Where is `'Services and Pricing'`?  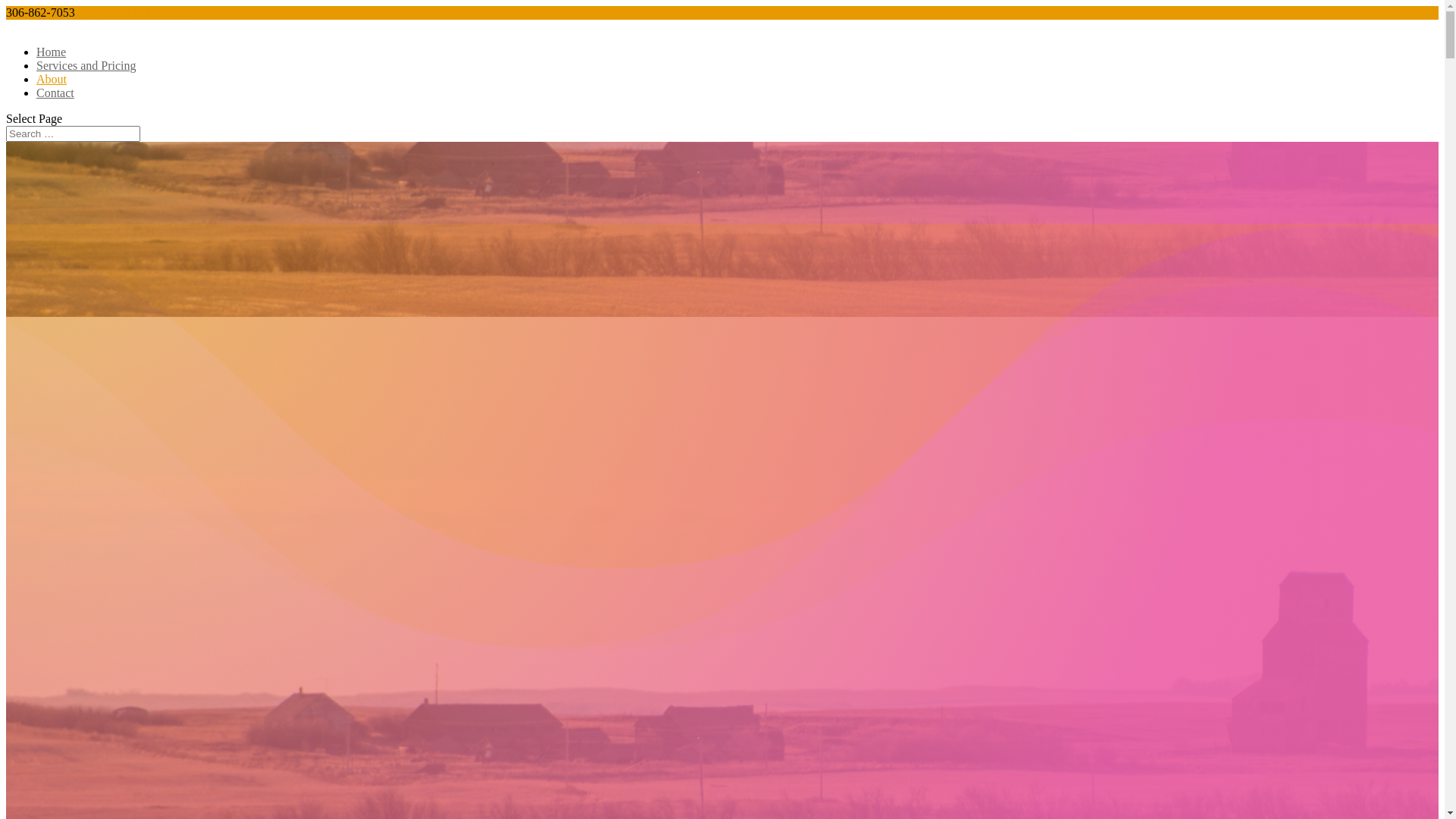 'Services and Pricing' is located at coordinates (86, 64).